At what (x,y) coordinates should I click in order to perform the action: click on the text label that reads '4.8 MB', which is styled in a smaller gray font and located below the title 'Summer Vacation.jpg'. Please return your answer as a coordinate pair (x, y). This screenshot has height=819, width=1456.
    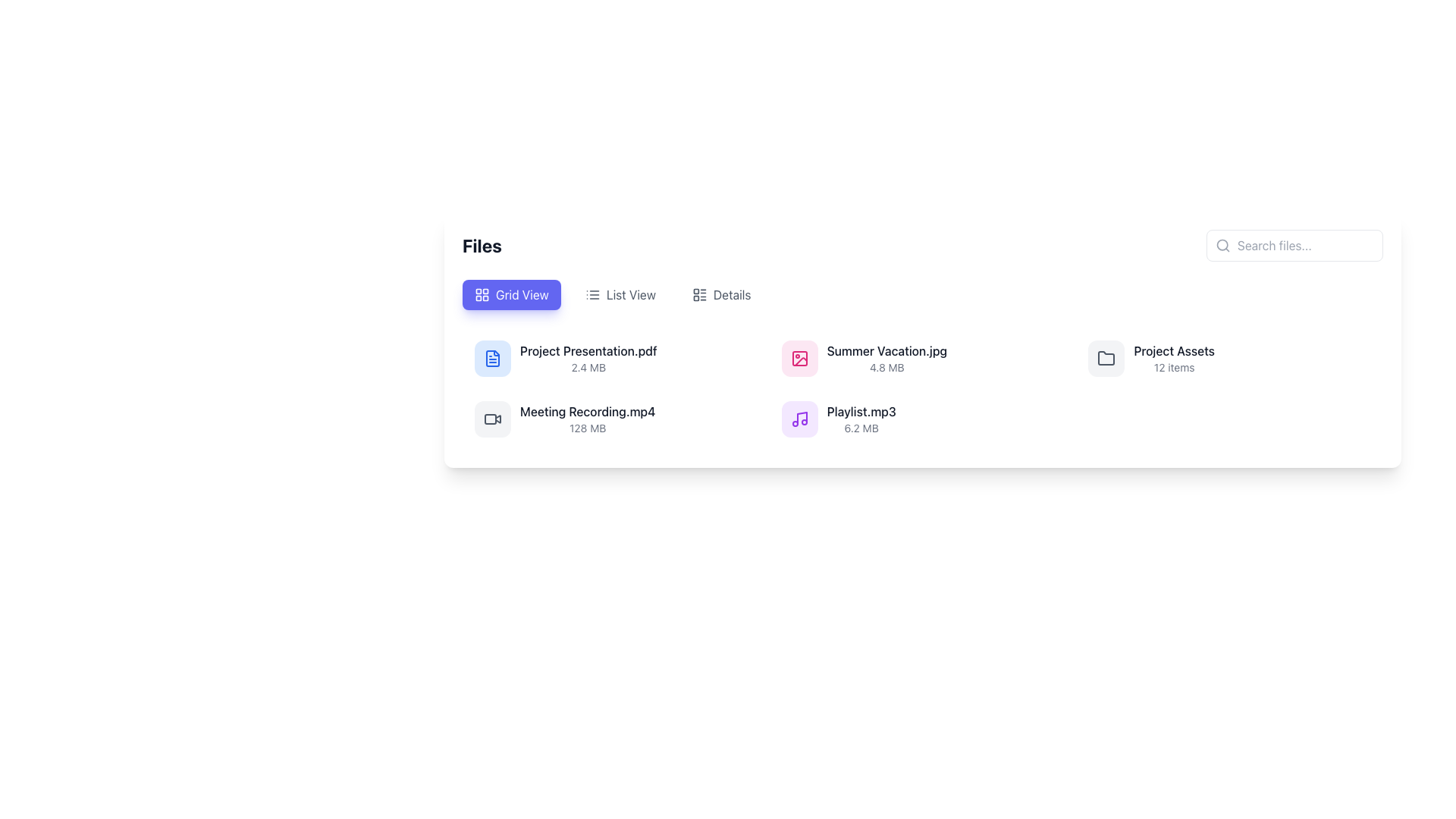
    Looking at the image, I should click on (886, 368).